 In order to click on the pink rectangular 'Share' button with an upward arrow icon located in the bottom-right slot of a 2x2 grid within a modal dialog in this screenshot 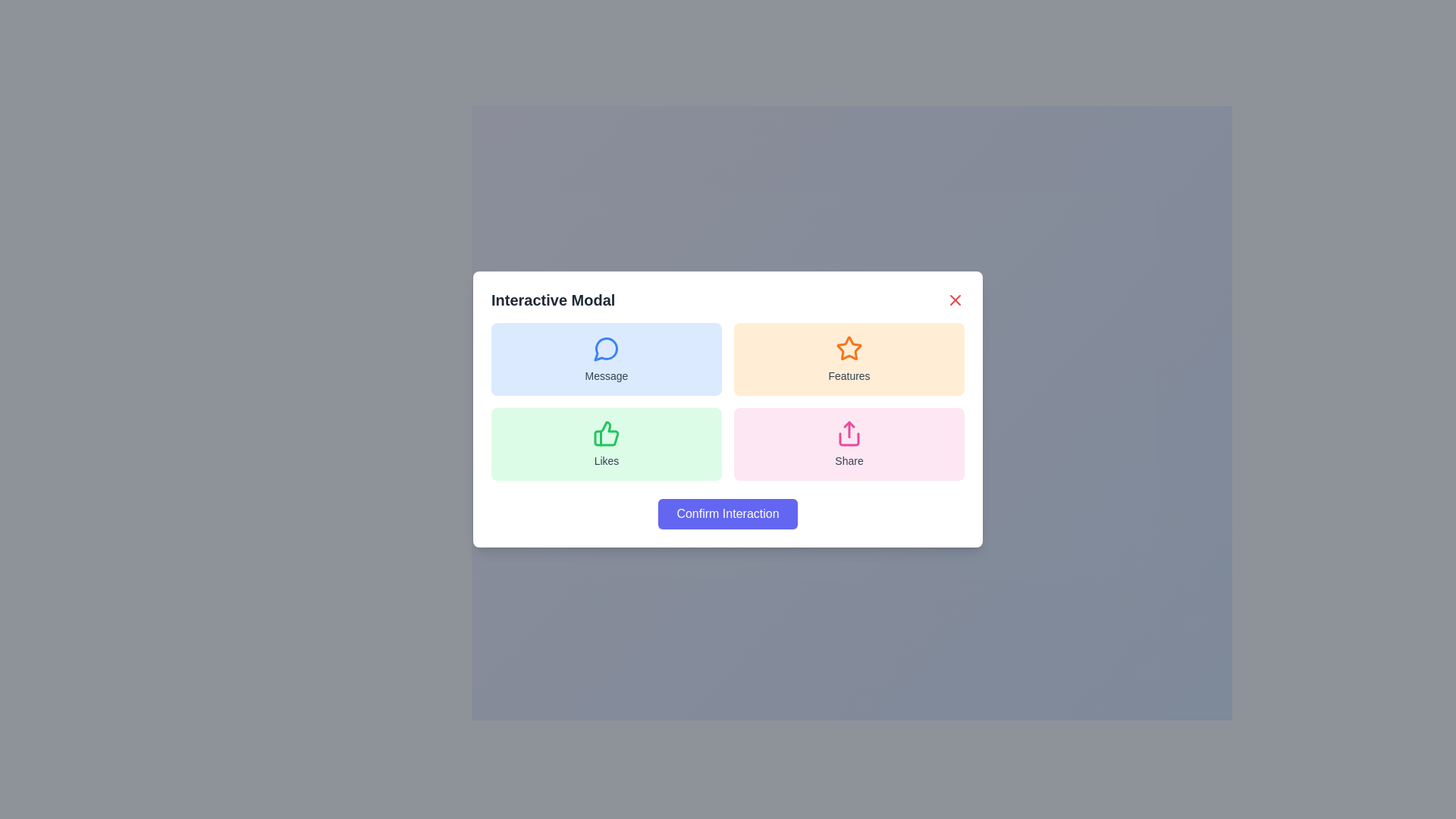, I will do `click(848, 444)`.